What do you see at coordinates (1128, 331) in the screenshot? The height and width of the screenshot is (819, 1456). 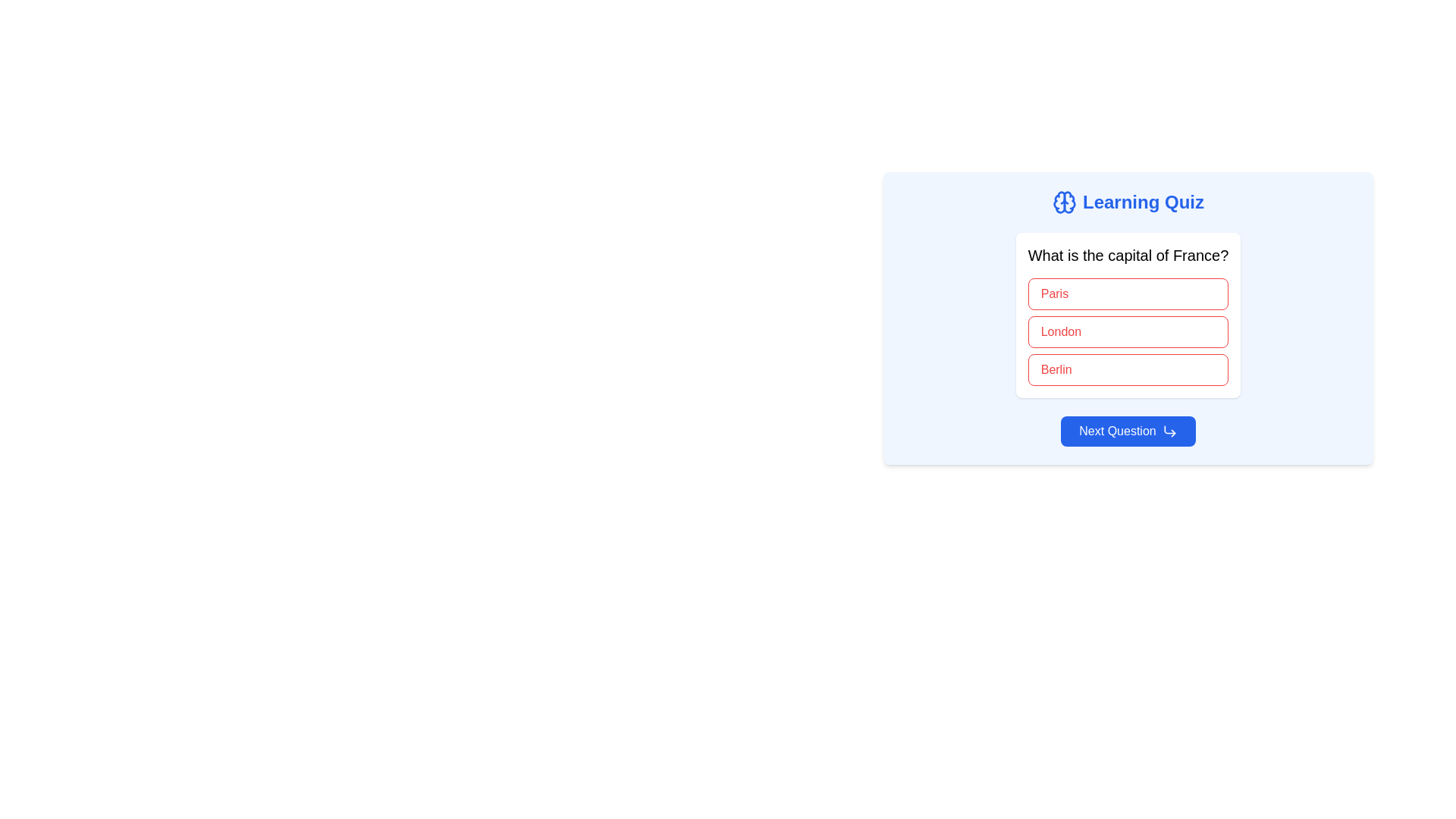 I see `the second button in the multiple-choice question stack to change its background color, which represents the choice of 'London'` at bounding box center [1128, 331].